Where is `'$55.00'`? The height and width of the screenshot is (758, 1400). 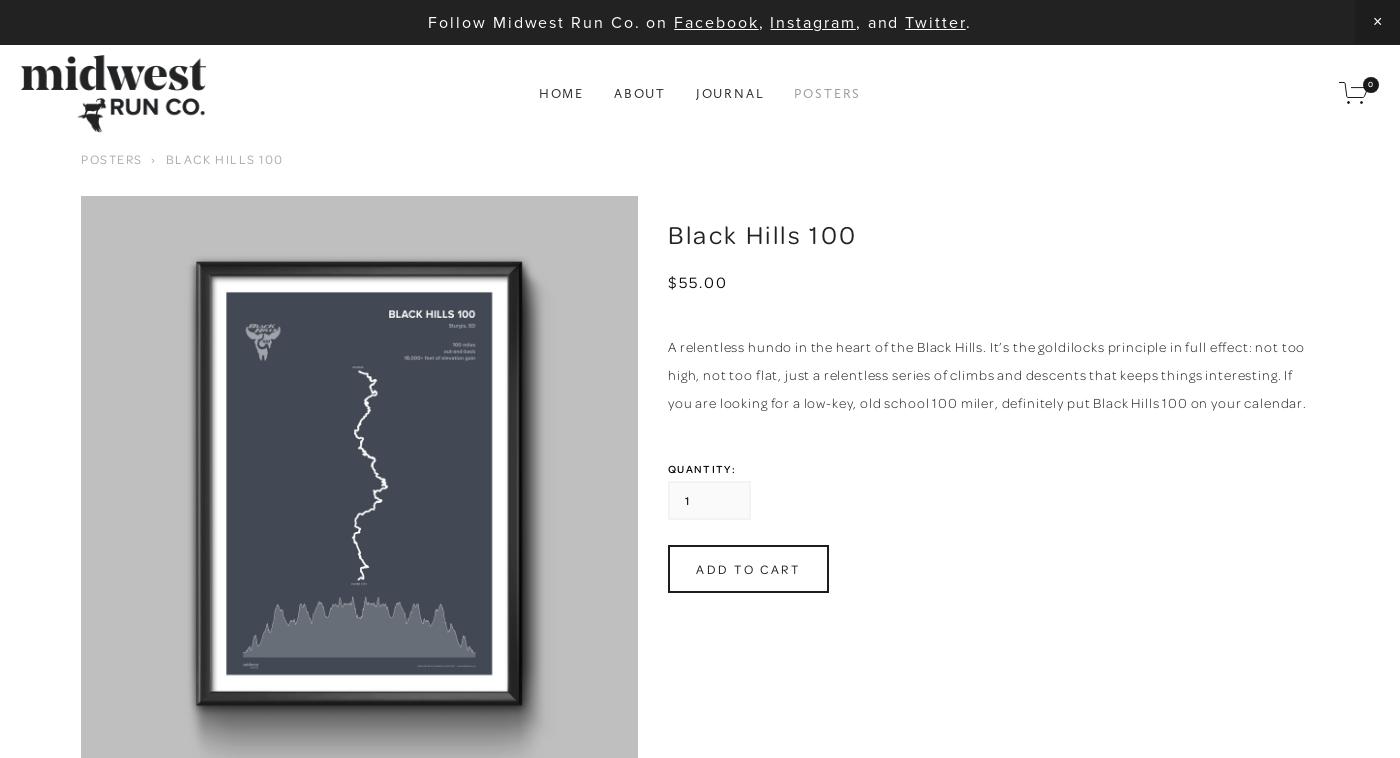
'$55.00' is located at coordinates (697, 281).